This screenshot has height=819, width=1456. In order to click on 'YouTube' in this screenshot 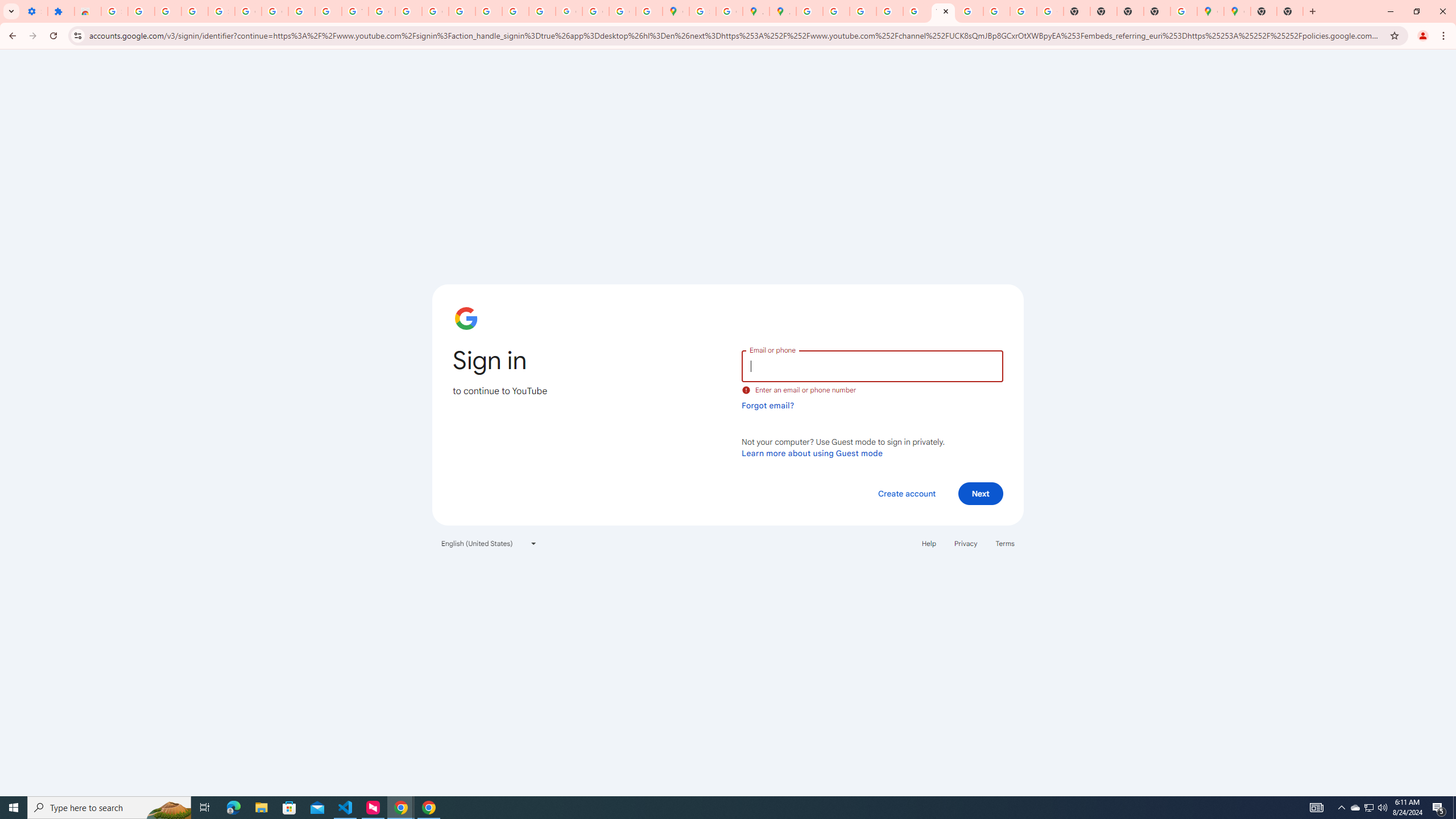, I will do `click(354, 11)`.